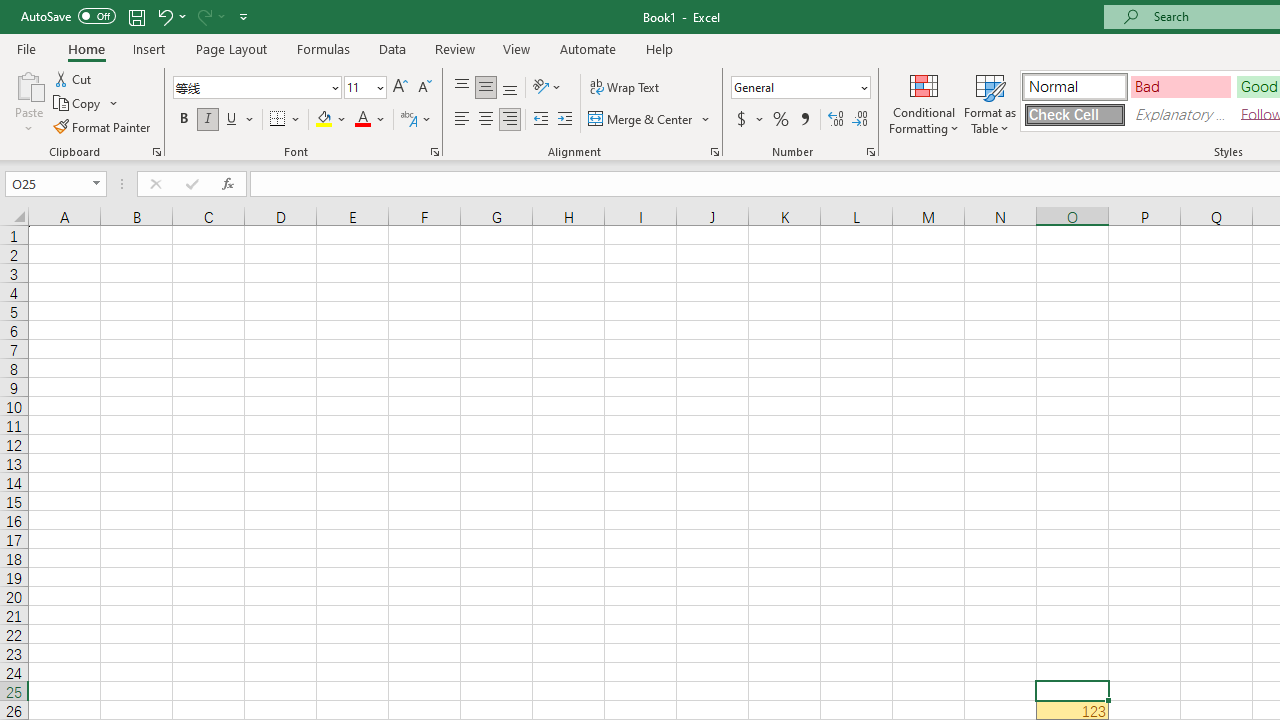 The image size is (1280, 720). I want to click on 'Accounting Number Format', so click(740, 119).